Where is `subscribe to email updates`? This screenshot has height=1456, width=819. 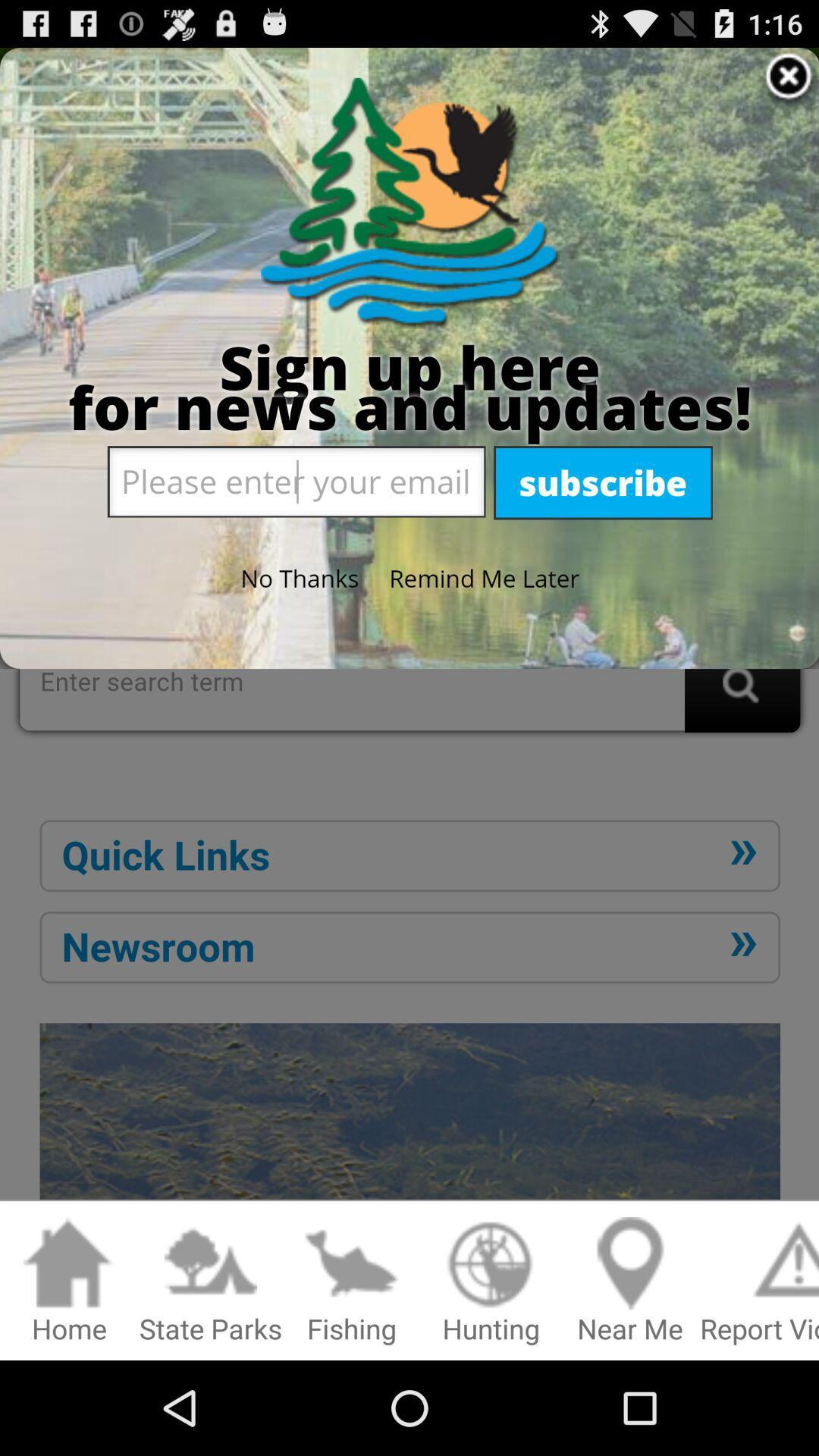 subscribe to email updates is located at coordinates (409, 629).